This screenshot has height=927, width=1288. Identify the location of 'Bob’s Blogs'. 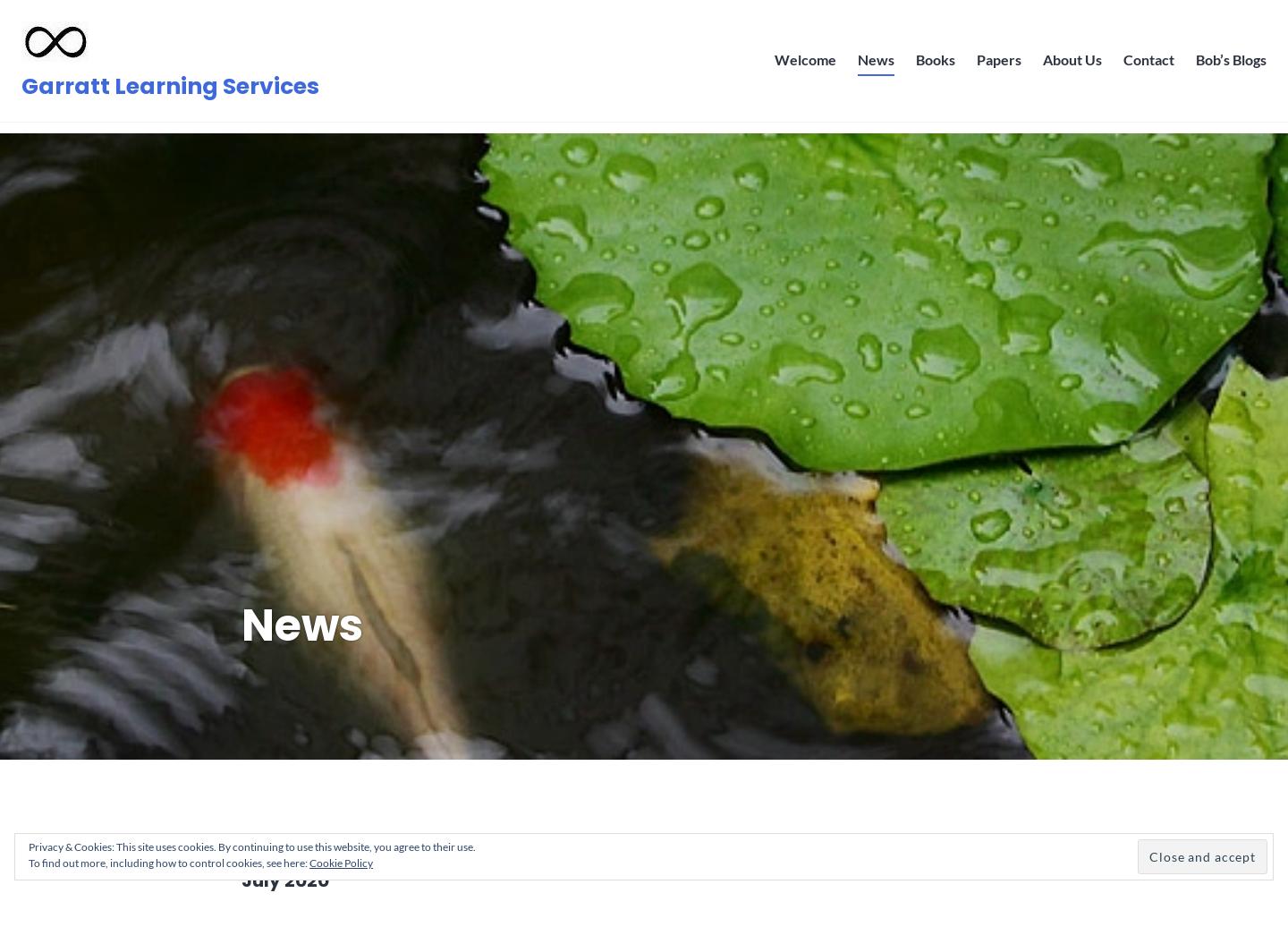
(1189, 64).